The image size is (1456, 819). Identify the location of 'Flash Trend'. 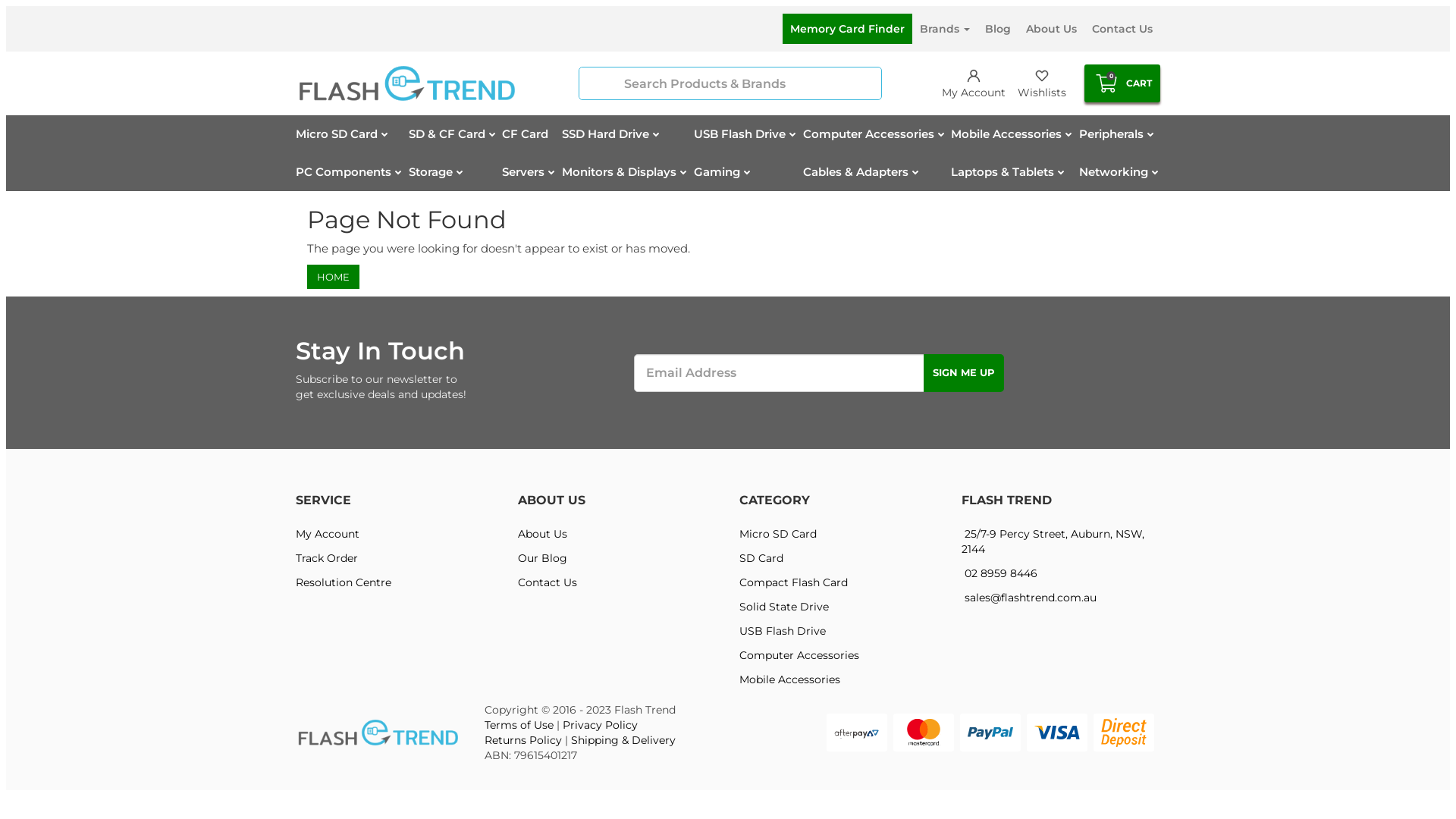
(406, 83).